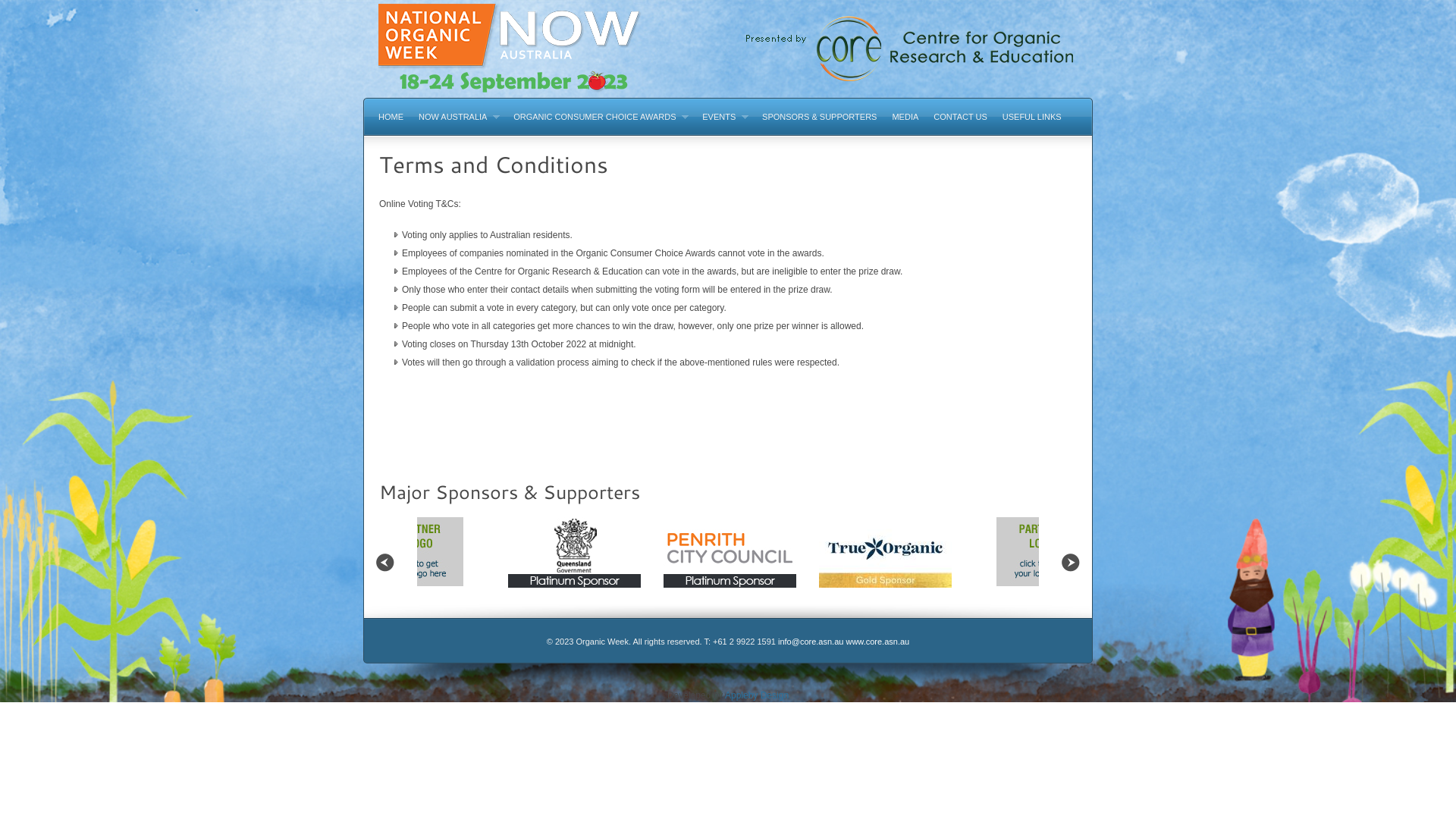 This screenshot has height=819, width=1456. What do you see at coordinates (391, 115) in the screenshot?
I see `'HOME'` at bounding box center [391, 115].